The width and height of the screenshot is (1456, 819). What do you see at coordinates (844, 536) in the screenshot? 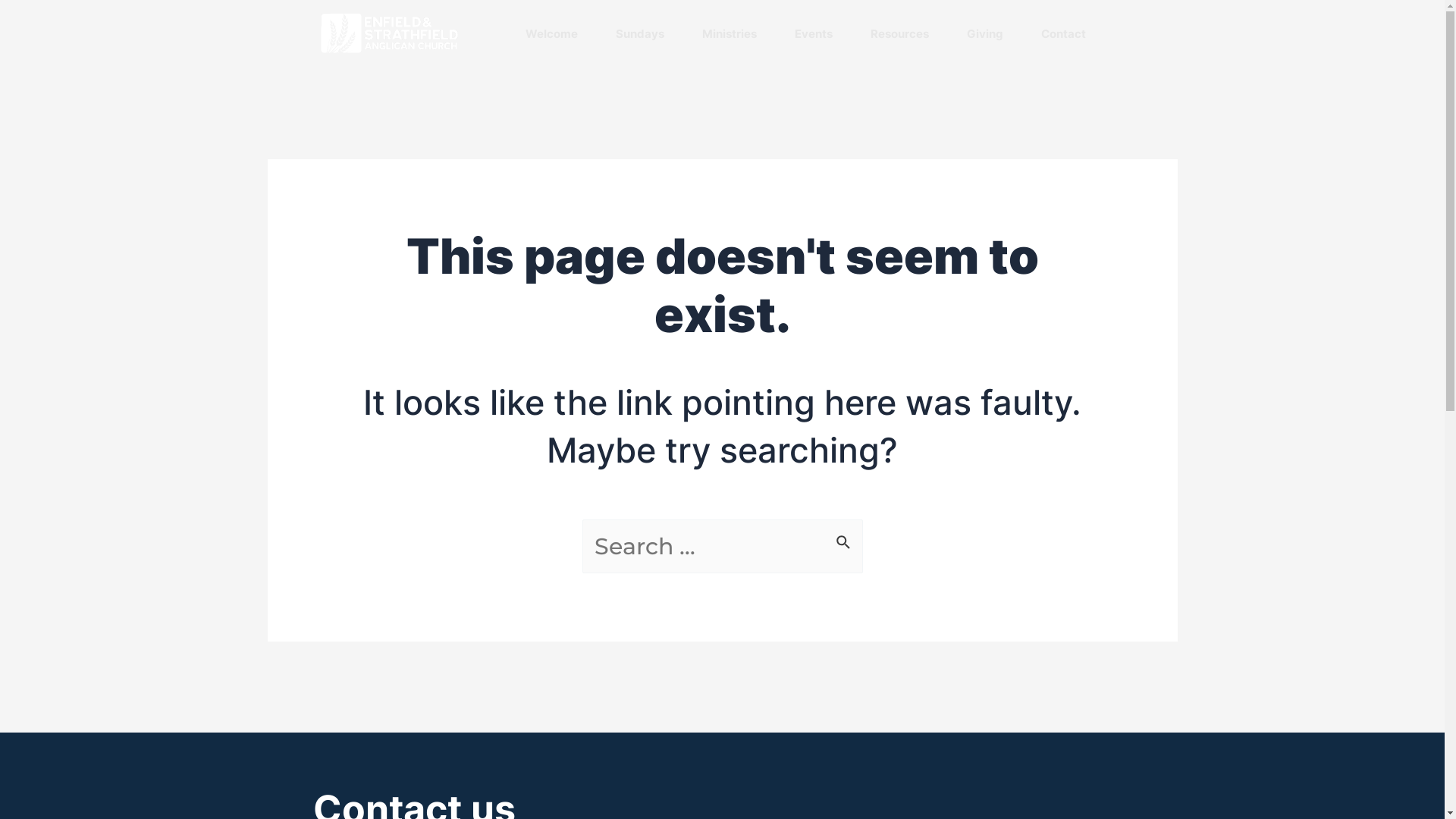
I see `'Search'` at bounding box center [844, 536].